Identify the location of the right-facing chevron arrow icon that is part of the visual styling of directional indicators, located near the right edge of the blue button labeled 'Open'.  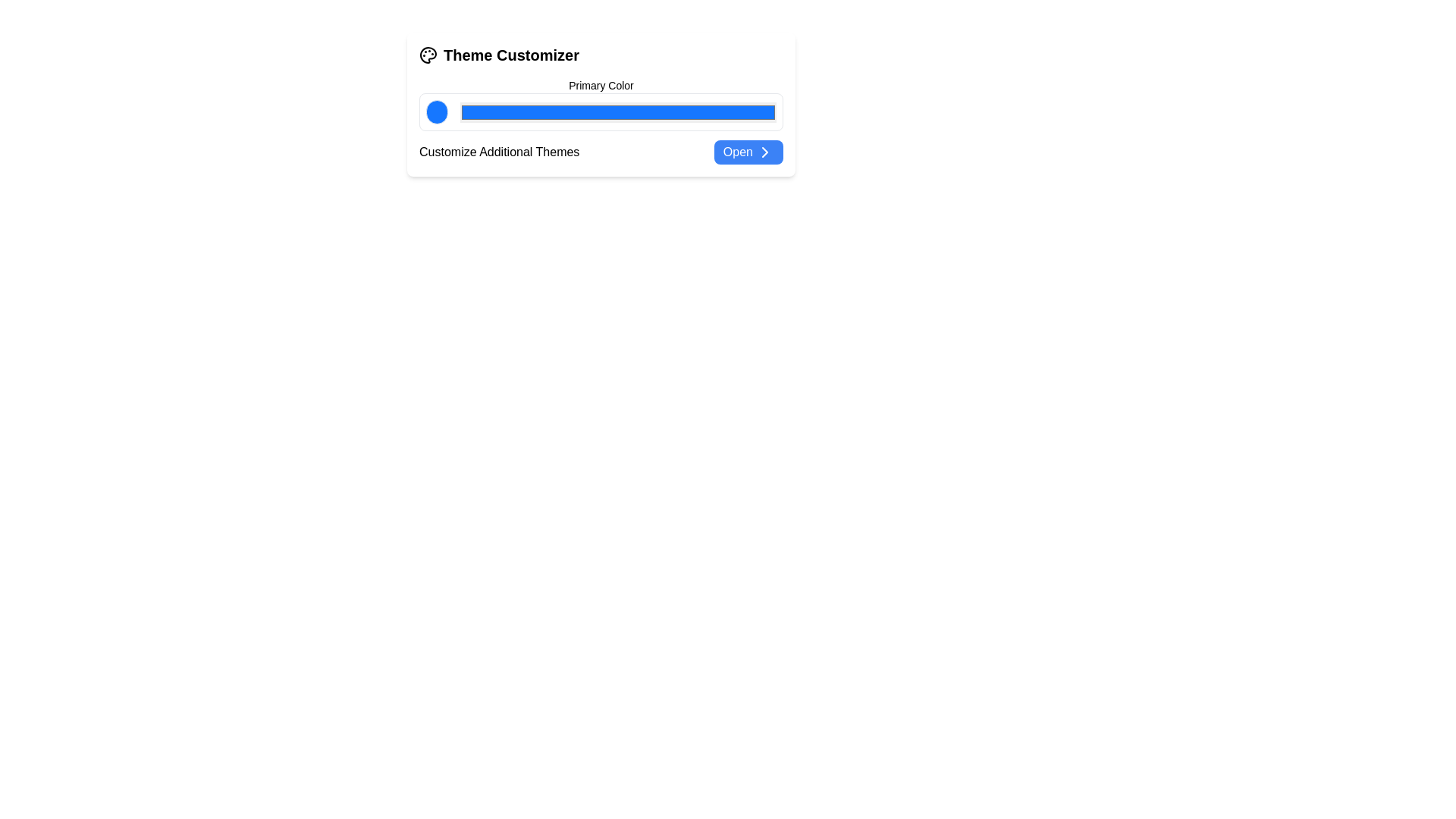
(764, 152).